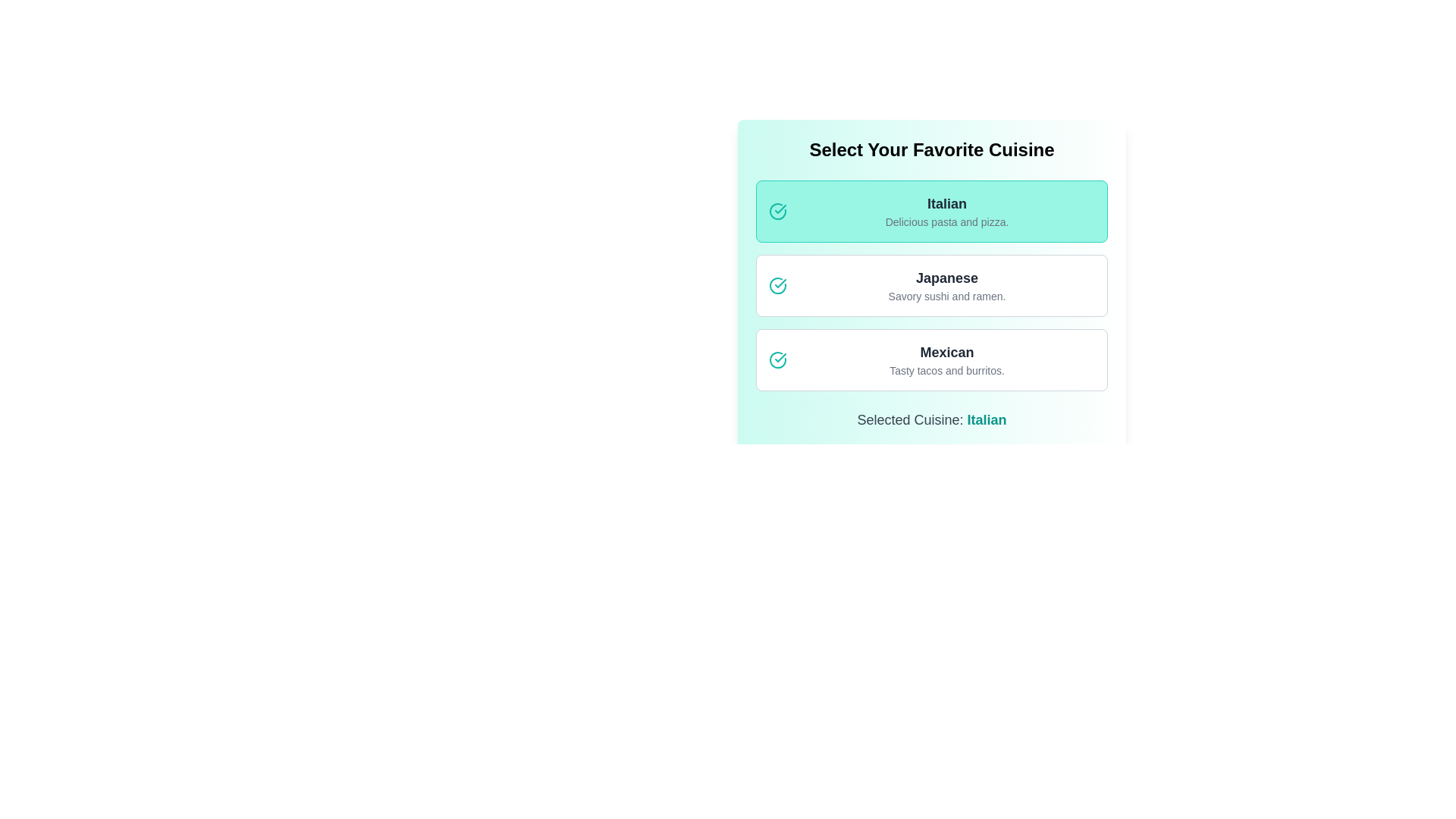 Image resolution: width=1456 pixels, height=819 pixels. Describe the element at coordinates (778, 359) in the screenshot. I see `the state of the circular teal icon with a checkmark, located to the left of the text 'Mexican' in the 'Mexican: Tasty tacos and burritos.' section` at that location.